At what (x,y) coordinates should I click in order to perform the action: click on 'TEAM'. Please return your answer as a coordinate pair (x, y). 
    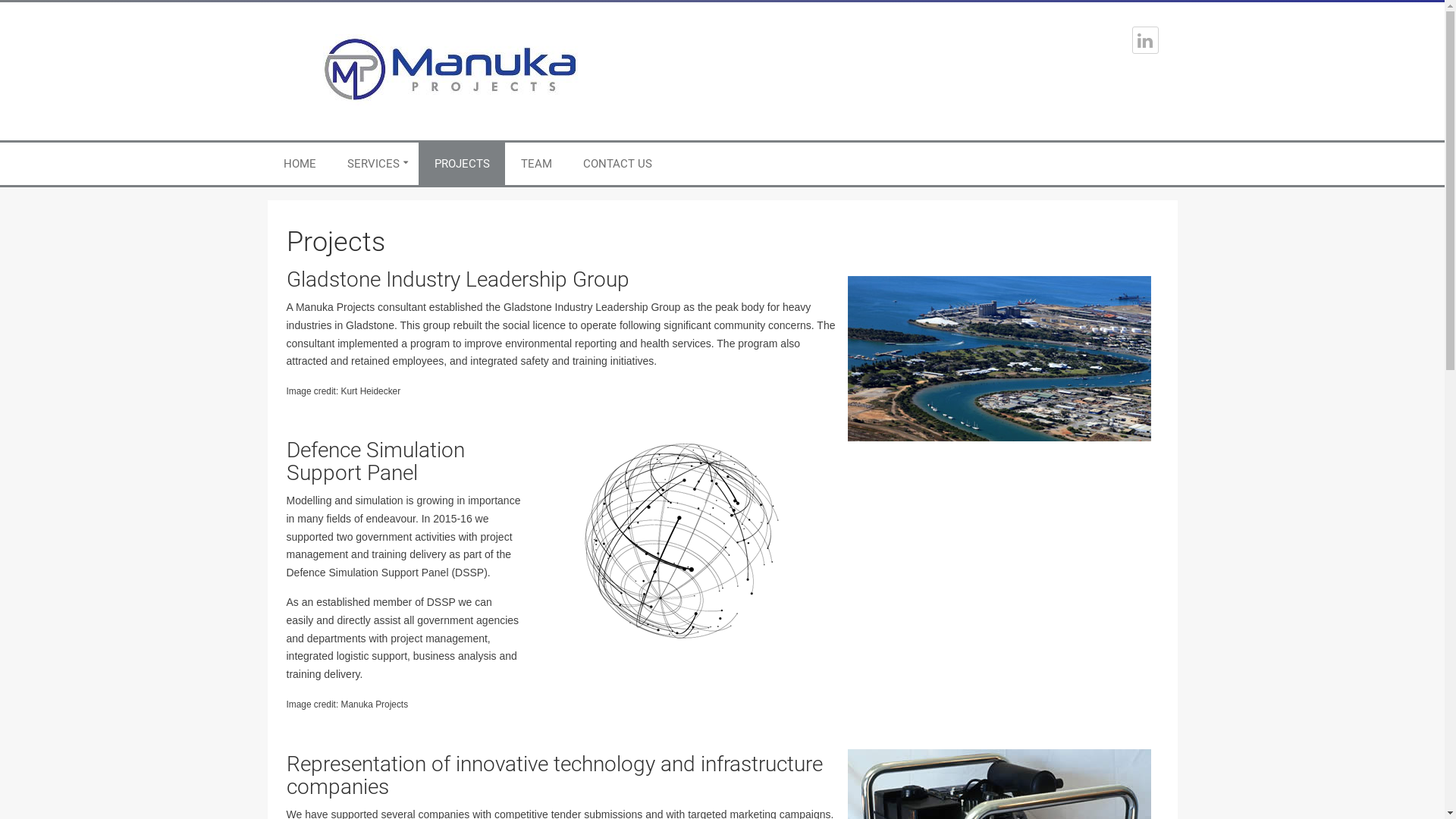
    Looking at the image, I should click on (535, 164).